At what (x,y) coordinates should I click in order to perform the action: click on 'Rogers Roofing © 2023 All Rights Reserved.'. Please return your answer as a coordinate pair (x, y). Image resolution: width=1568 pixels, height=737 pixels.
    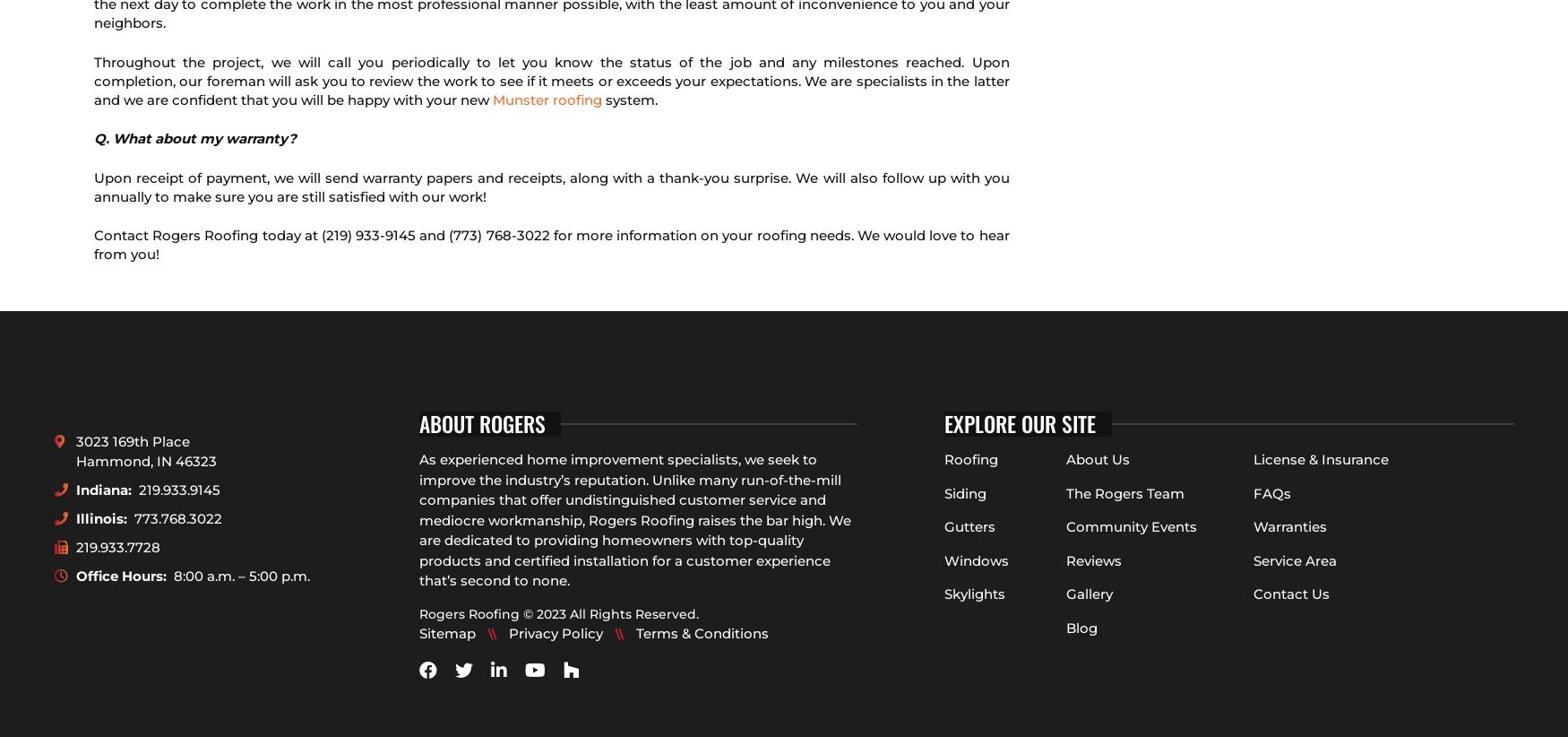
    Looking at the image, I should click on (558, 611).